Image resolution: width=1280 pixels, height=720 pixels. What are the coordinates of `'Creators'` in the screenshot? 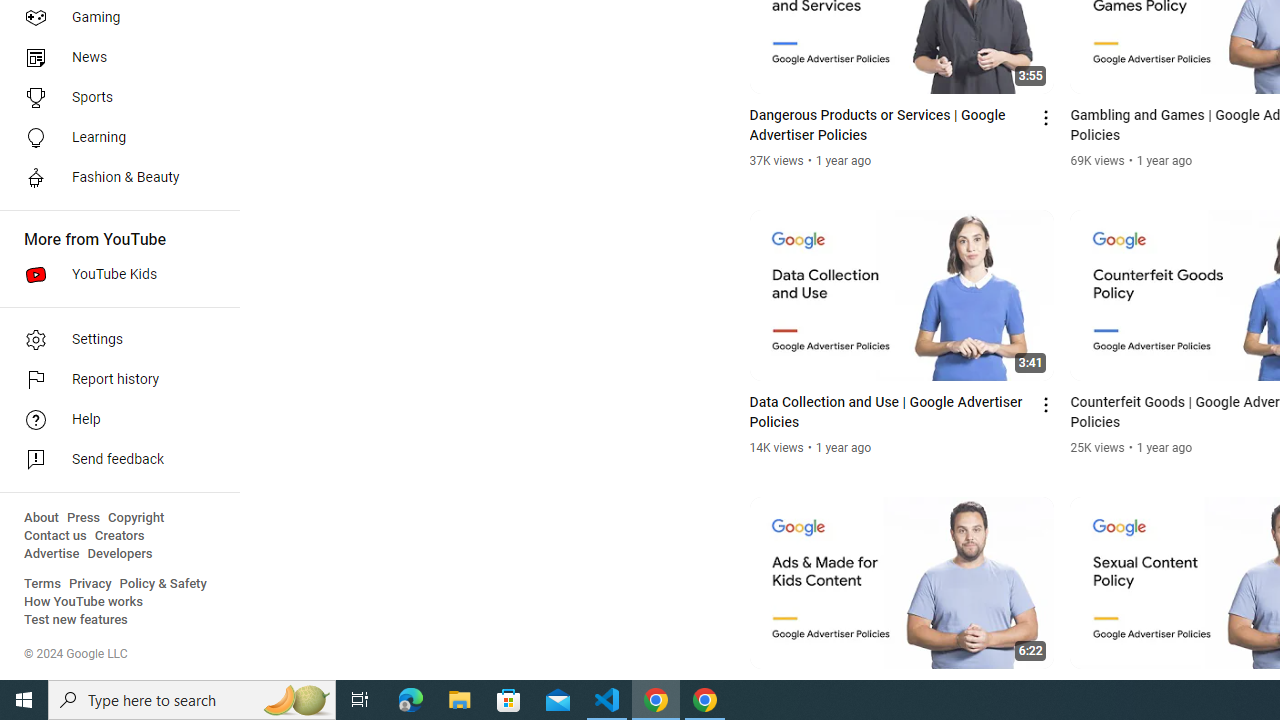 It's located at (118, 535).